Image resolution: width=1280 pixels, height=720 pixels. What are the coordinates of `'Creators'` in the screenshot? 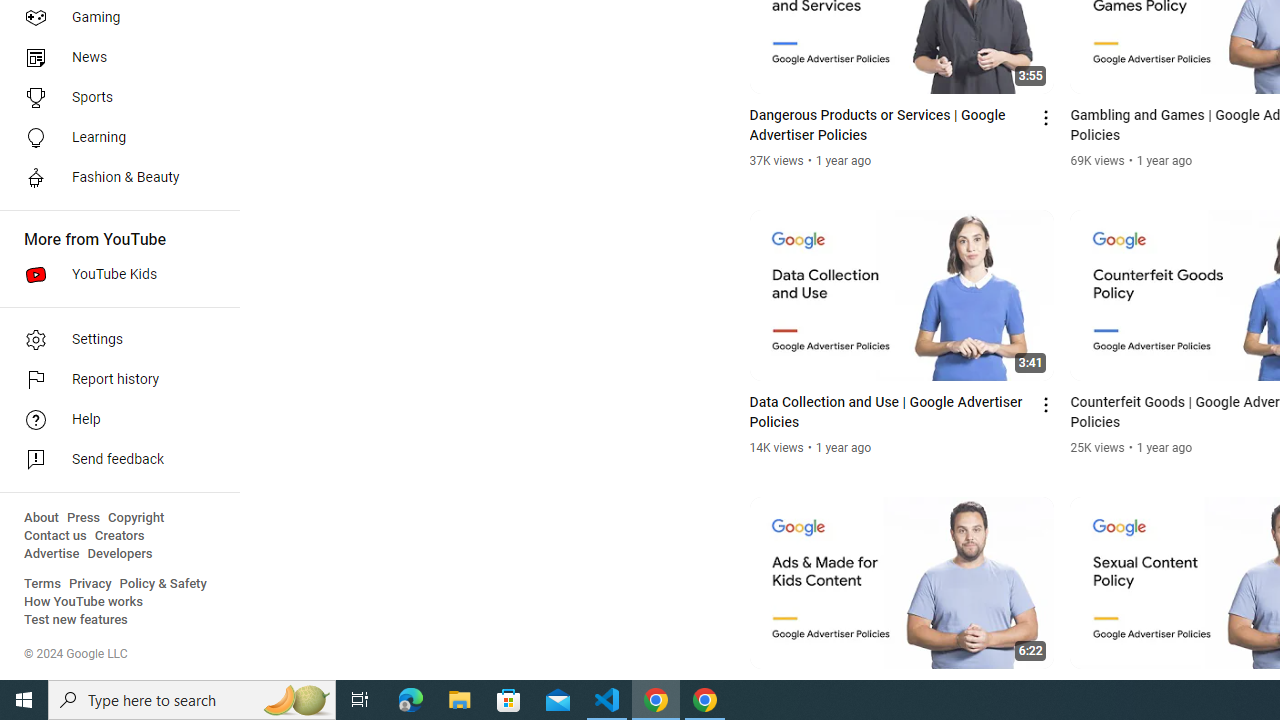 It's located at (118, 535).